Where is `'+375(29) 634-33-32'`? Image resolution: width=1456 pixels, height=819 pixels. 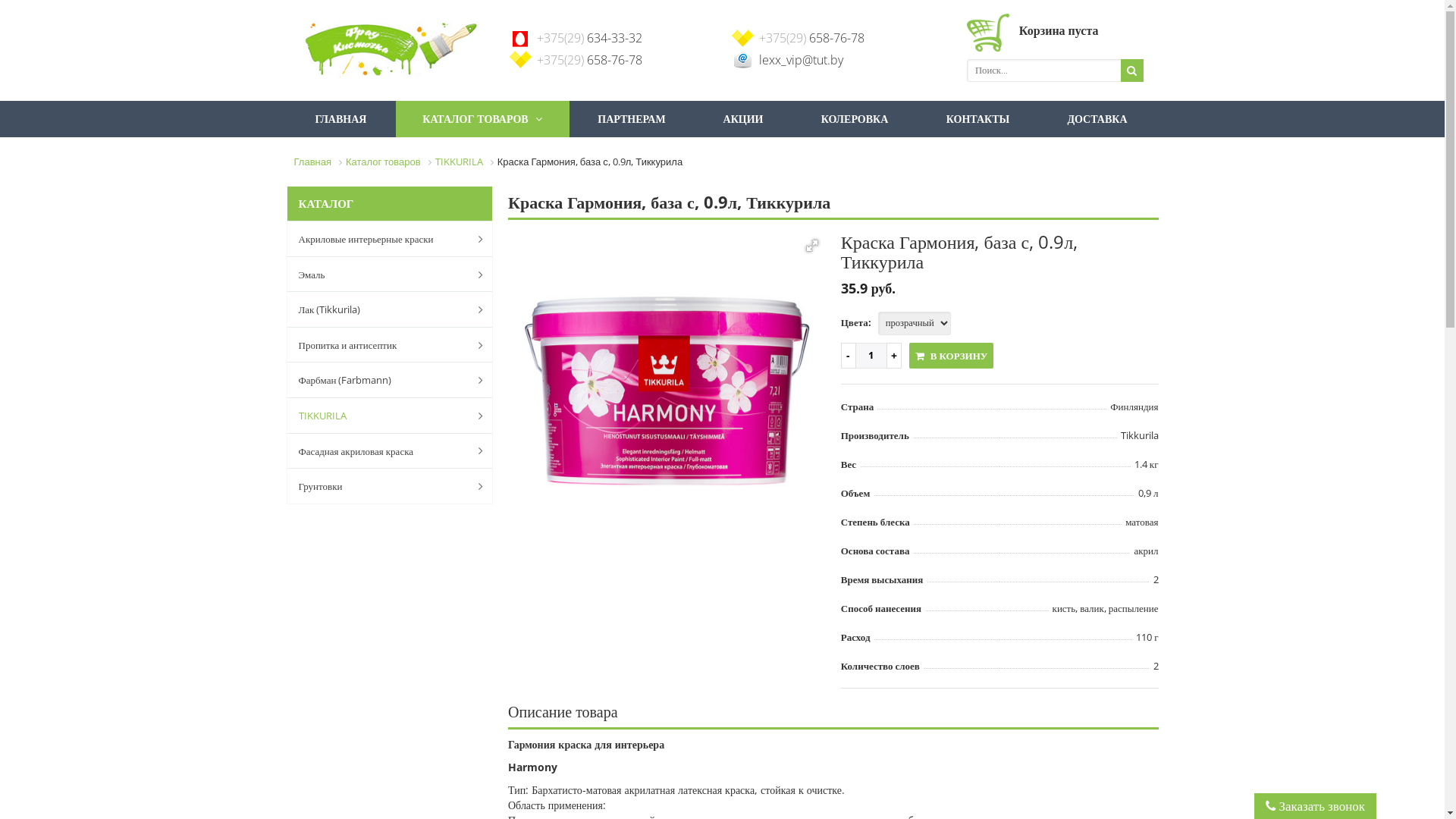 '+375(29) 634-33-32' is located at coordinates (537, 37).